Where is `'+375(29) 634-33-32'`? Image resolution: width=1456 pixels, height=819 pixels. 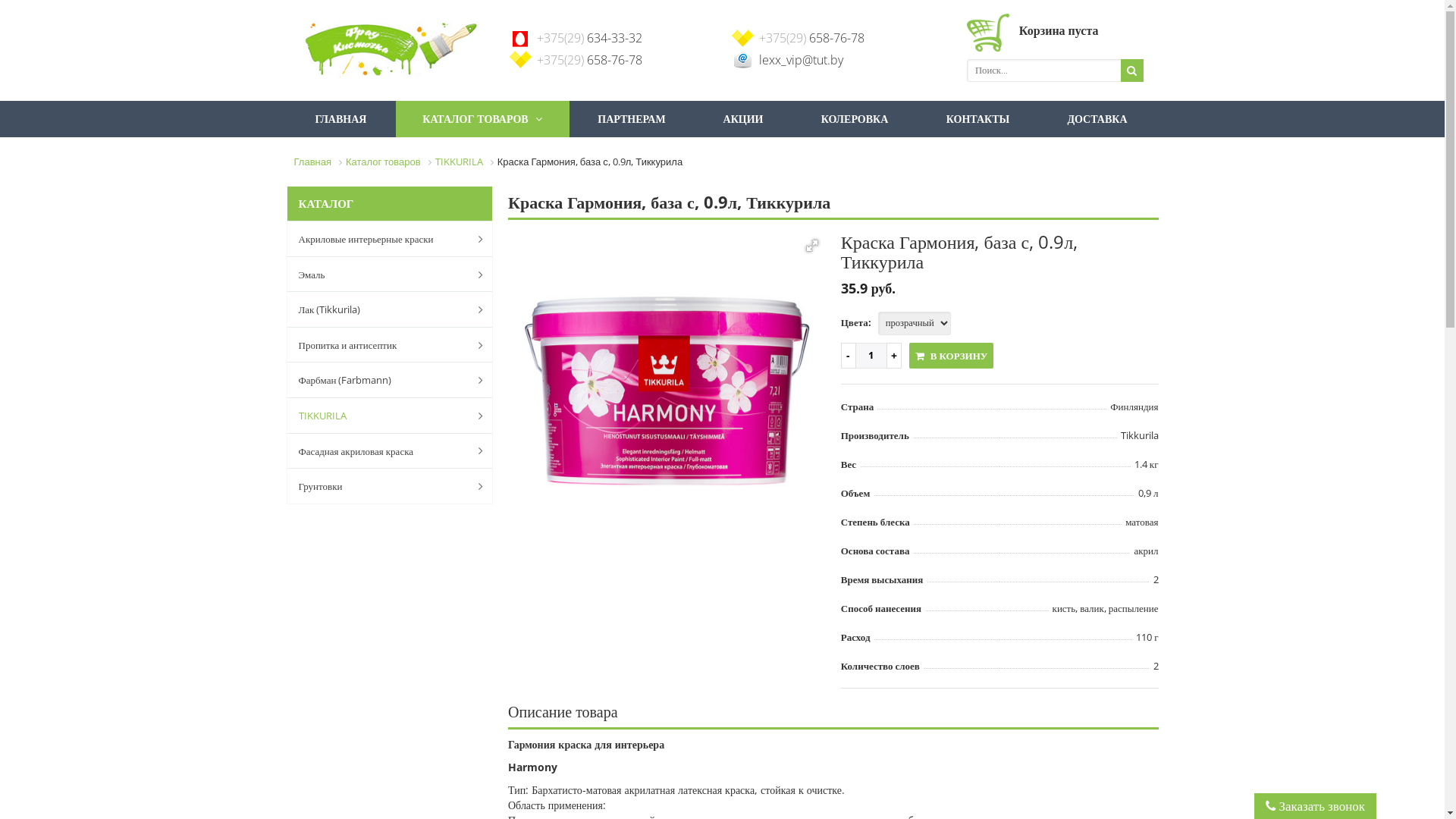 '+375(29) 634-33-32' is located at coordinates (537, 37).